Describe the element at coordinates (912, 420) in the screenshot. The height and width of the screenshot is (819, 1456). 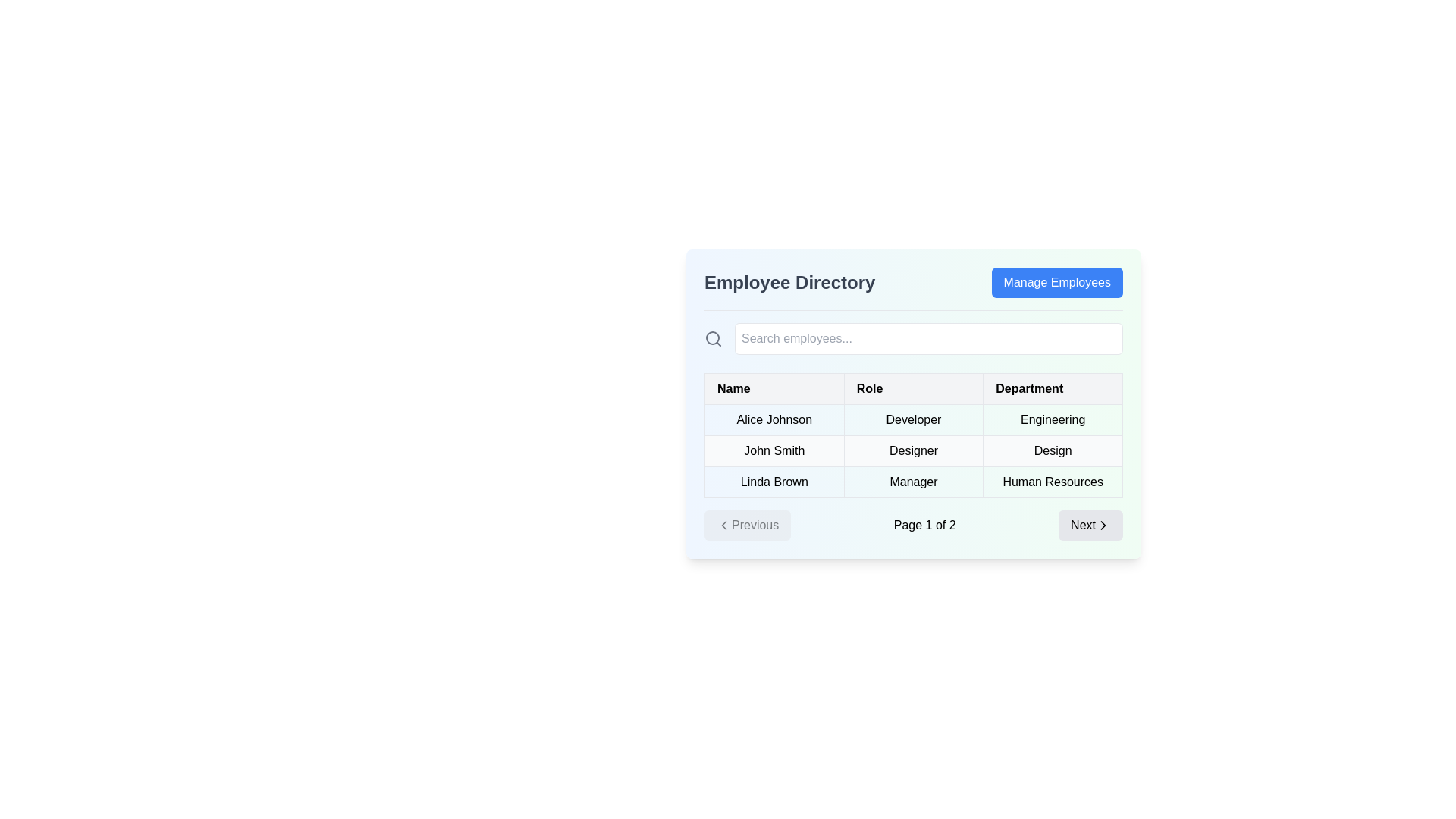
I see `the text label displaying 'Developer' in the 'Role' column of the Employee Directory table, which is the second row adjacent to 'Alice Johnson' and 'Engineering'` at that location.